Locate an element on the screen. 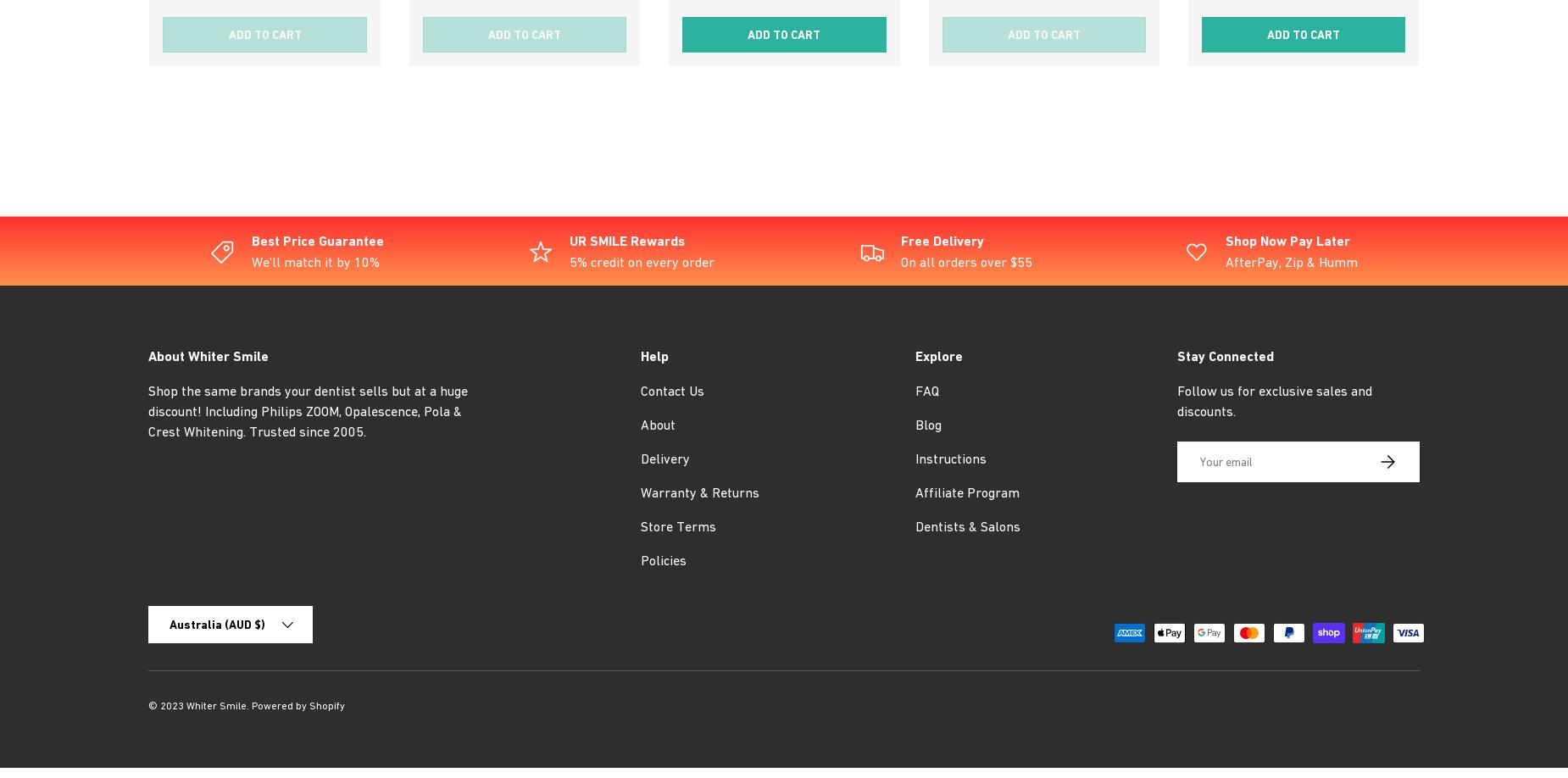  'Shop the same brands your dentist sells but at a huge discount! Including Philips ZOOM, Opalescence, Pola & Crest Whitening. Trusted since 2005.' is located at coordinates (307, 410).